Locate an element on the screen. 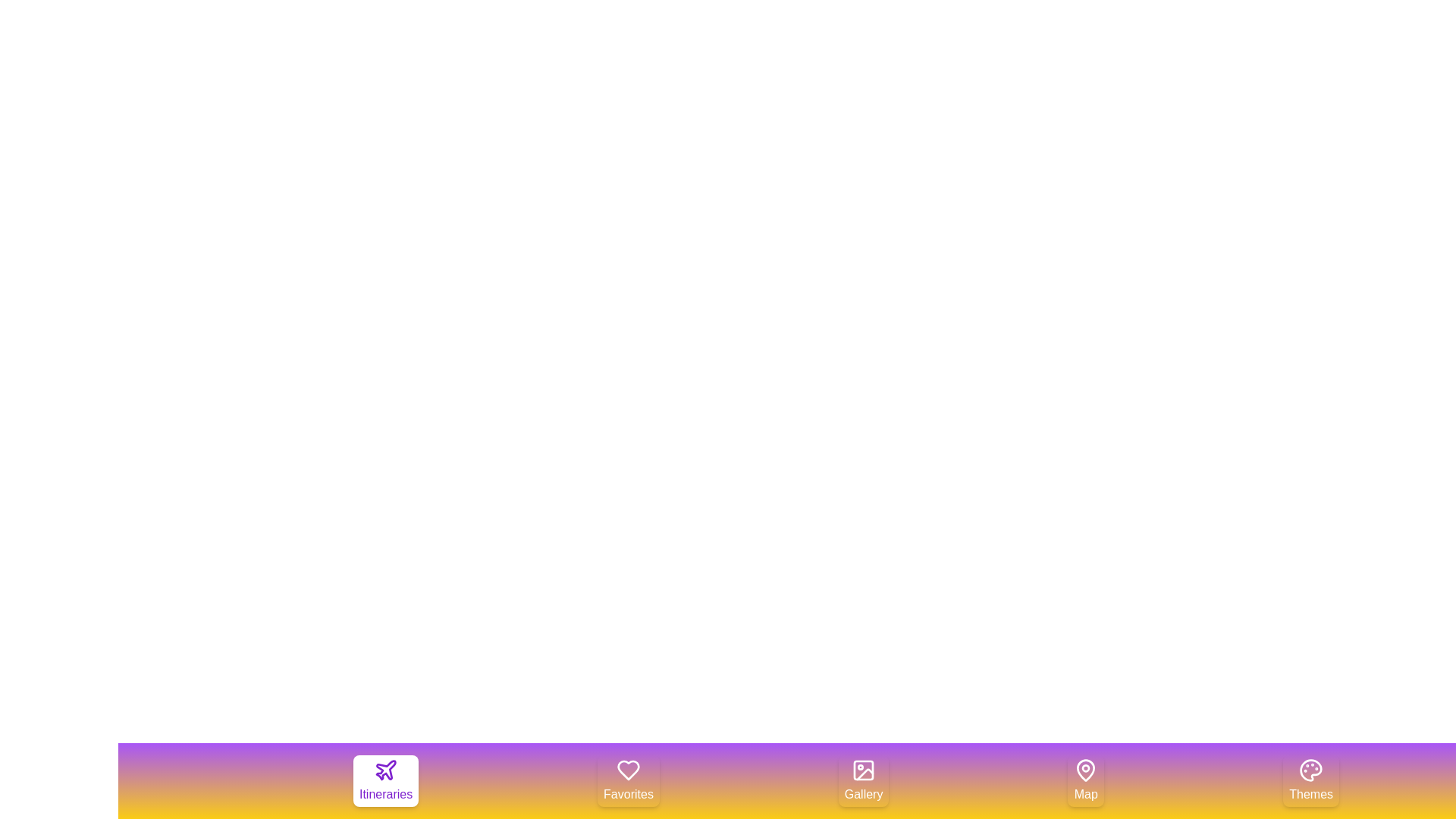  the tab labeled Themes to observe its hover effect is located at coordinates (1310, 780).